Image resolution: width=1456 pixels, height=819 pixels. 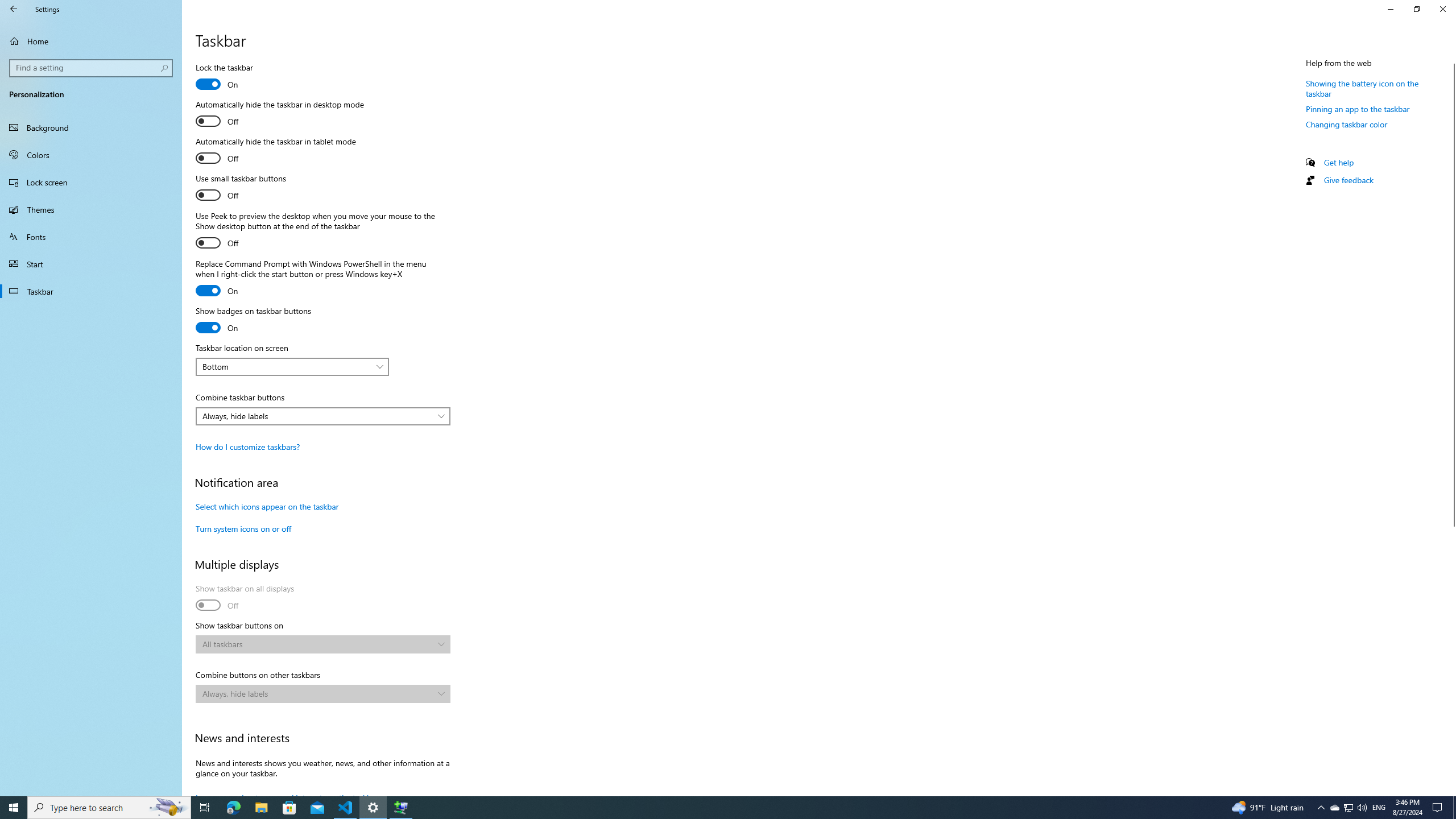 I want to click on 'Back', so click(x=14, y=9).